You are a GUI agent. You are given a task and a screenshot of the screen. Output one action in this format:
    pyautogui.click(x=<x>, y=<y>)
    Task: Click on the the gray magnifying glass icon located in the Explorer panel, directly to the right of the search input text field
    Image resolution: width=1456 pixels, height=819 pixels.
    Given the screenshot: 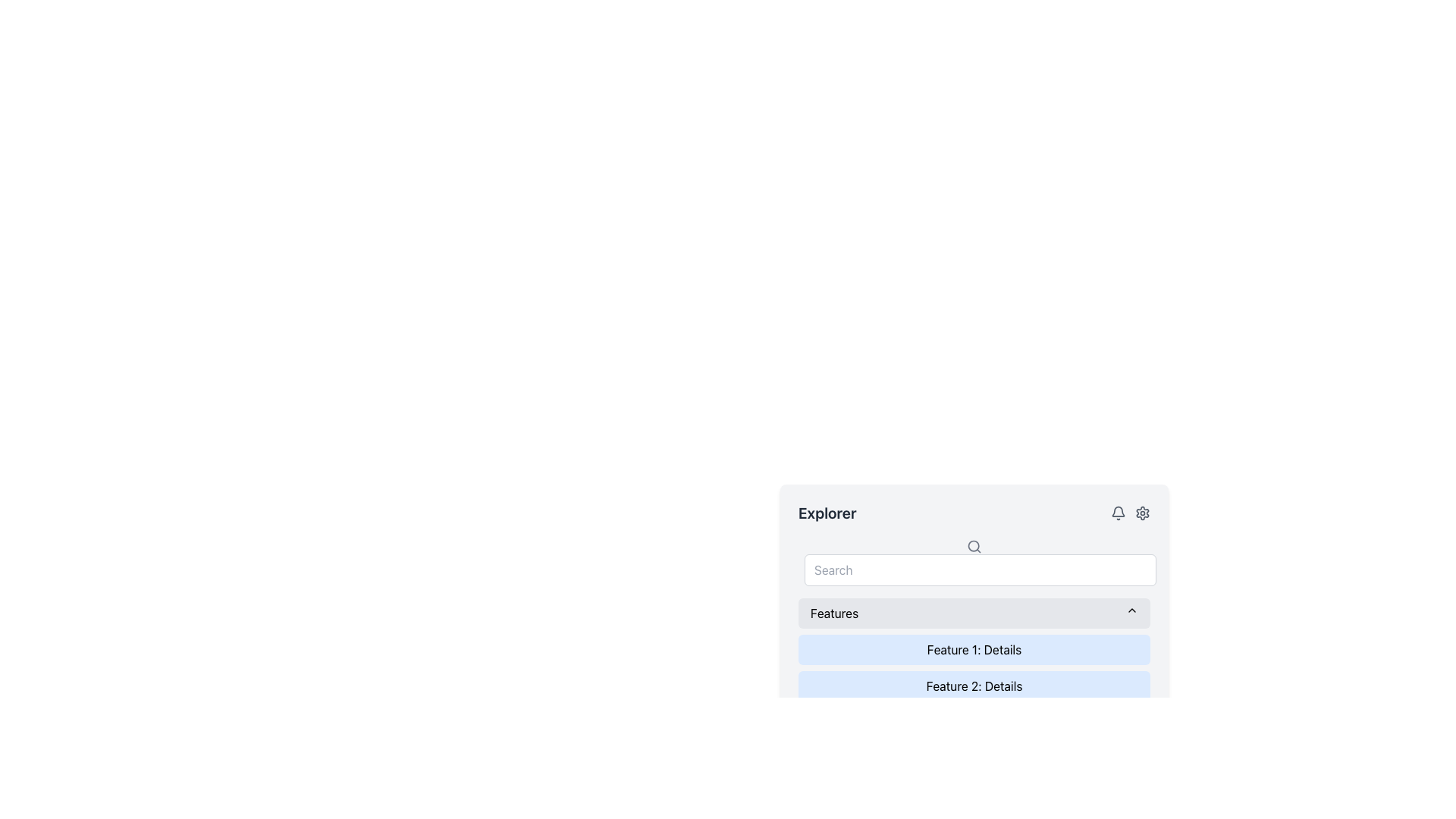 What is the action you would take?
    pyautogui.click(x=974, y=546)
    